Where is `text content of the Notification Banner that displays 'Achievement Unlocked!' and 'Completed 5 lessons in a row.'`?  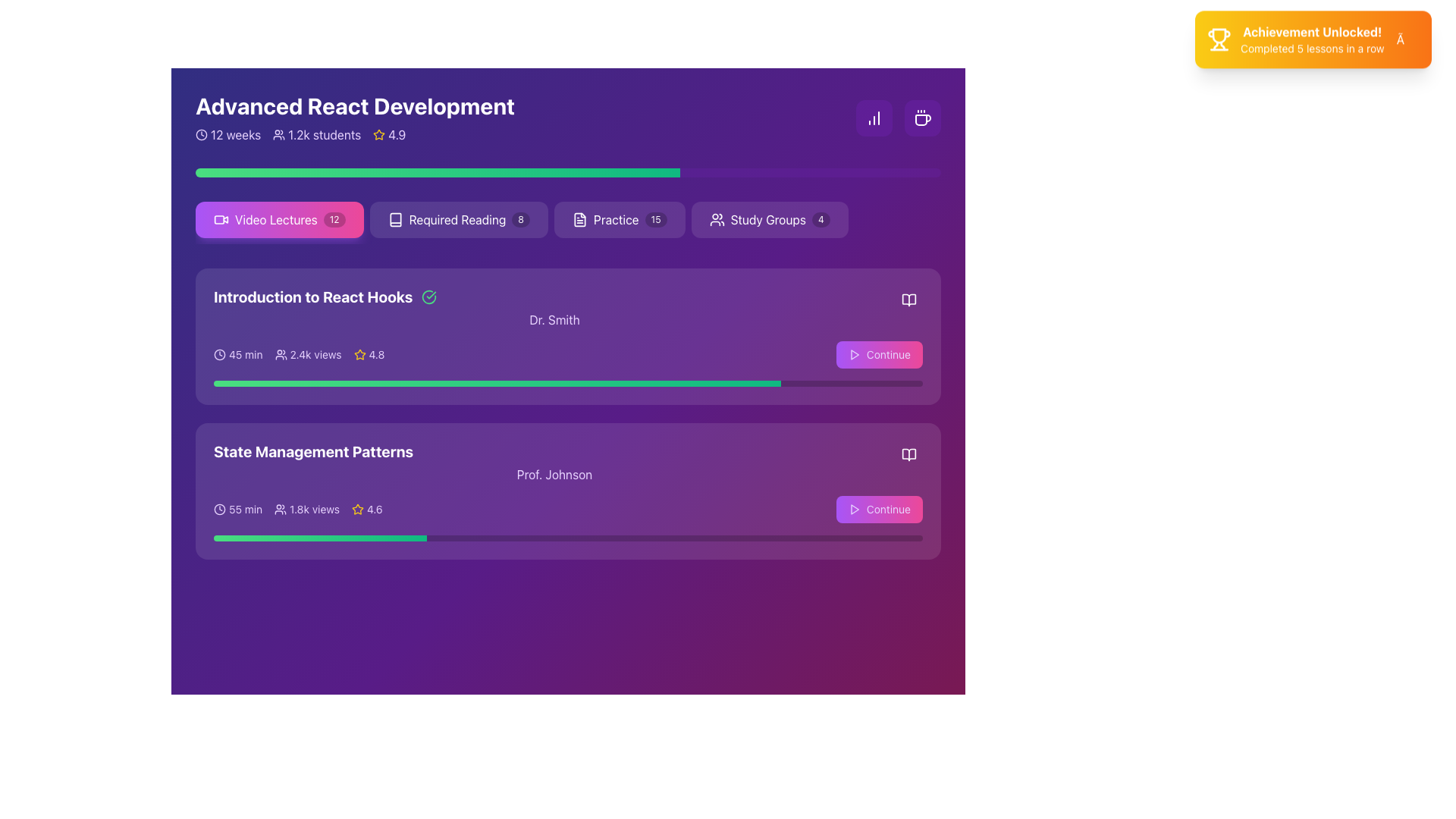 text content of the Notification Banner that displays 'Achievement Unlocked!' and 'Completed 5 lessons in a row.' is located at coordinates (1313, 45).